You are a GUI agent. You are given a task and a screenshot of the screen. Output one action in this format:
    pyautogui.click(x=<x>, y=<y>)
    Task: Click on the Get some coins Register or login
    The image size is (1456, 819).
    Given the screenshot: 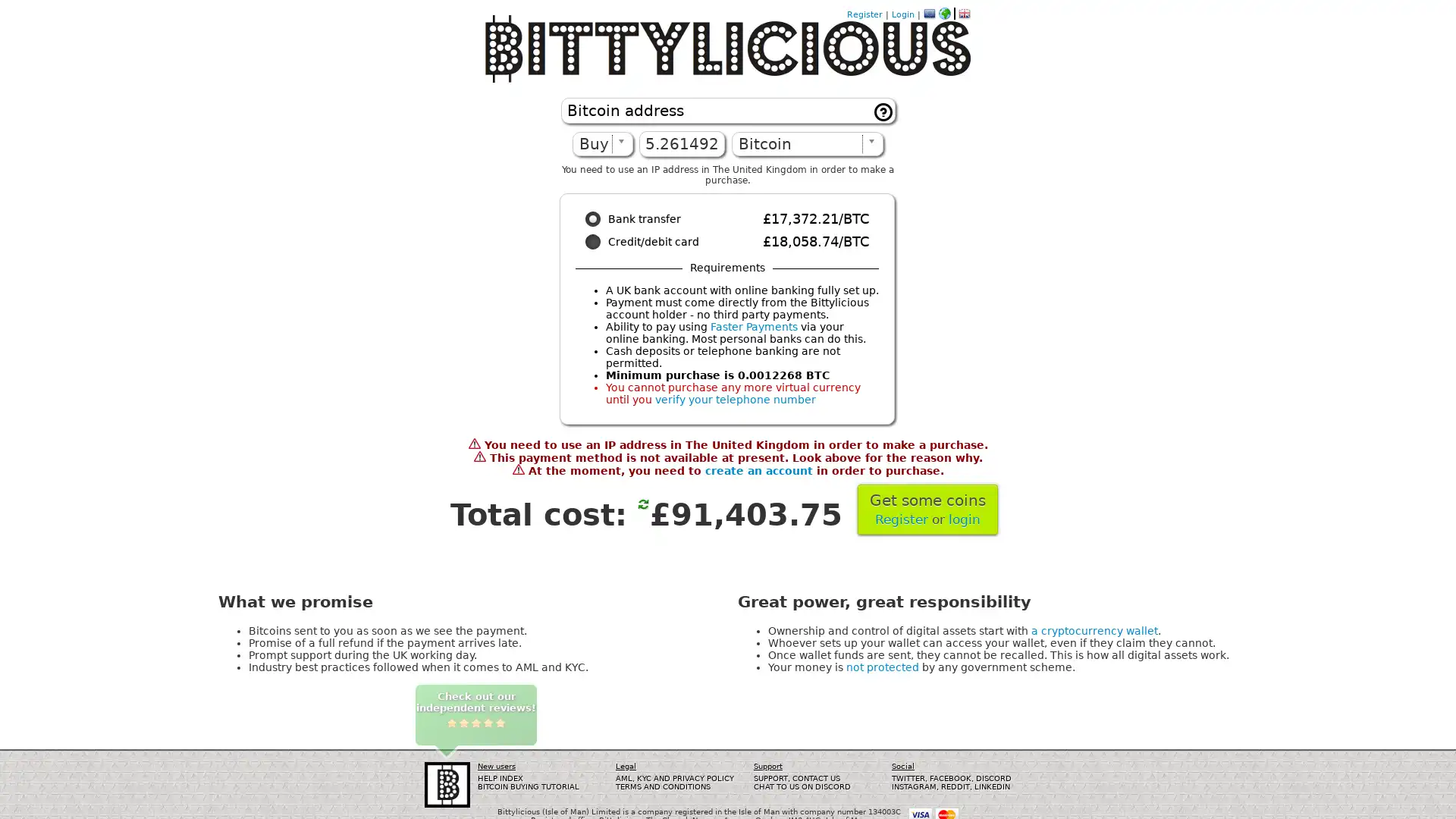 What is the action you would take?
    pyautogui.click(x=927, y=509)
    